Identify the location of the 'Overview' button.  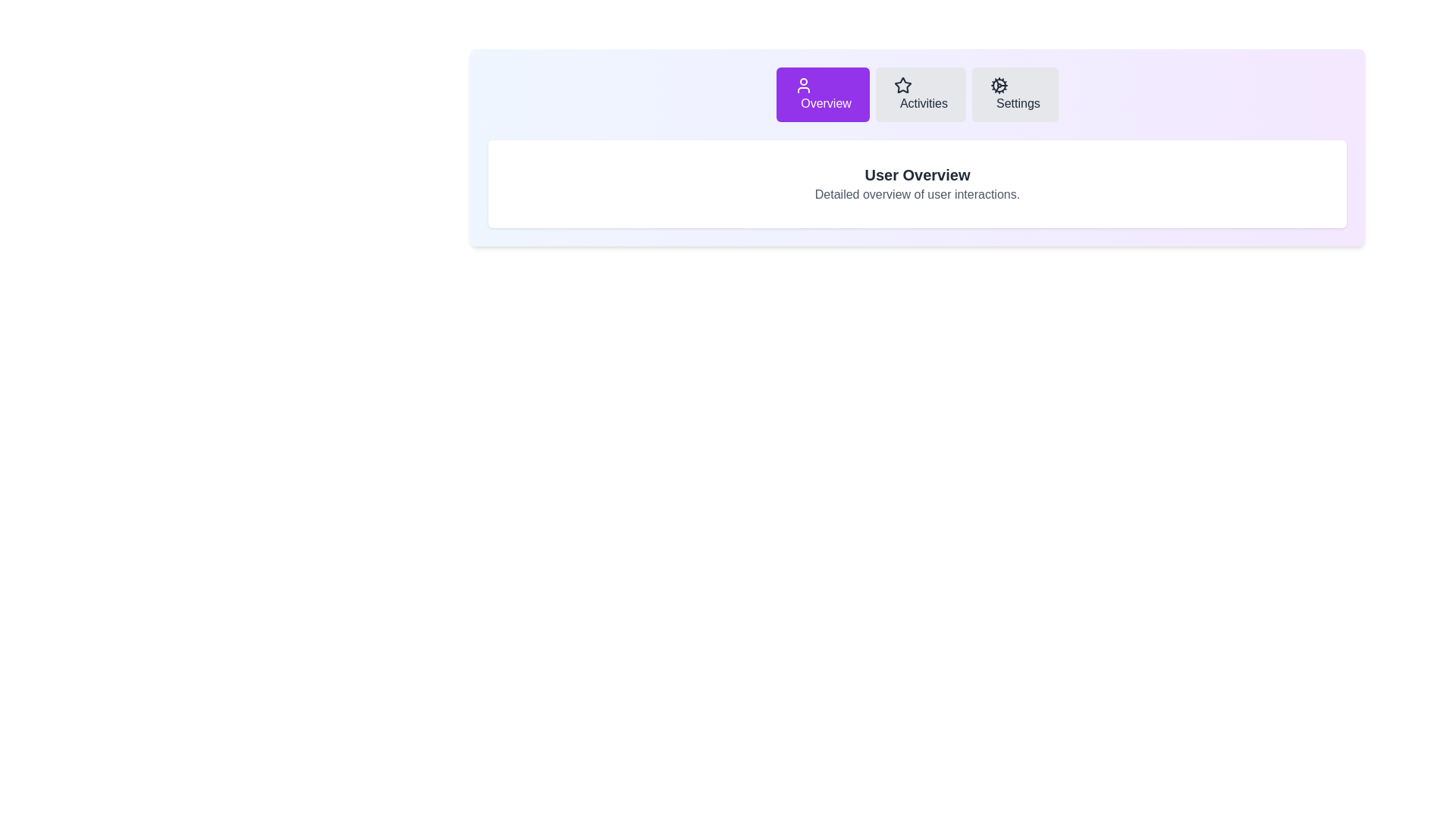
(822, 94).